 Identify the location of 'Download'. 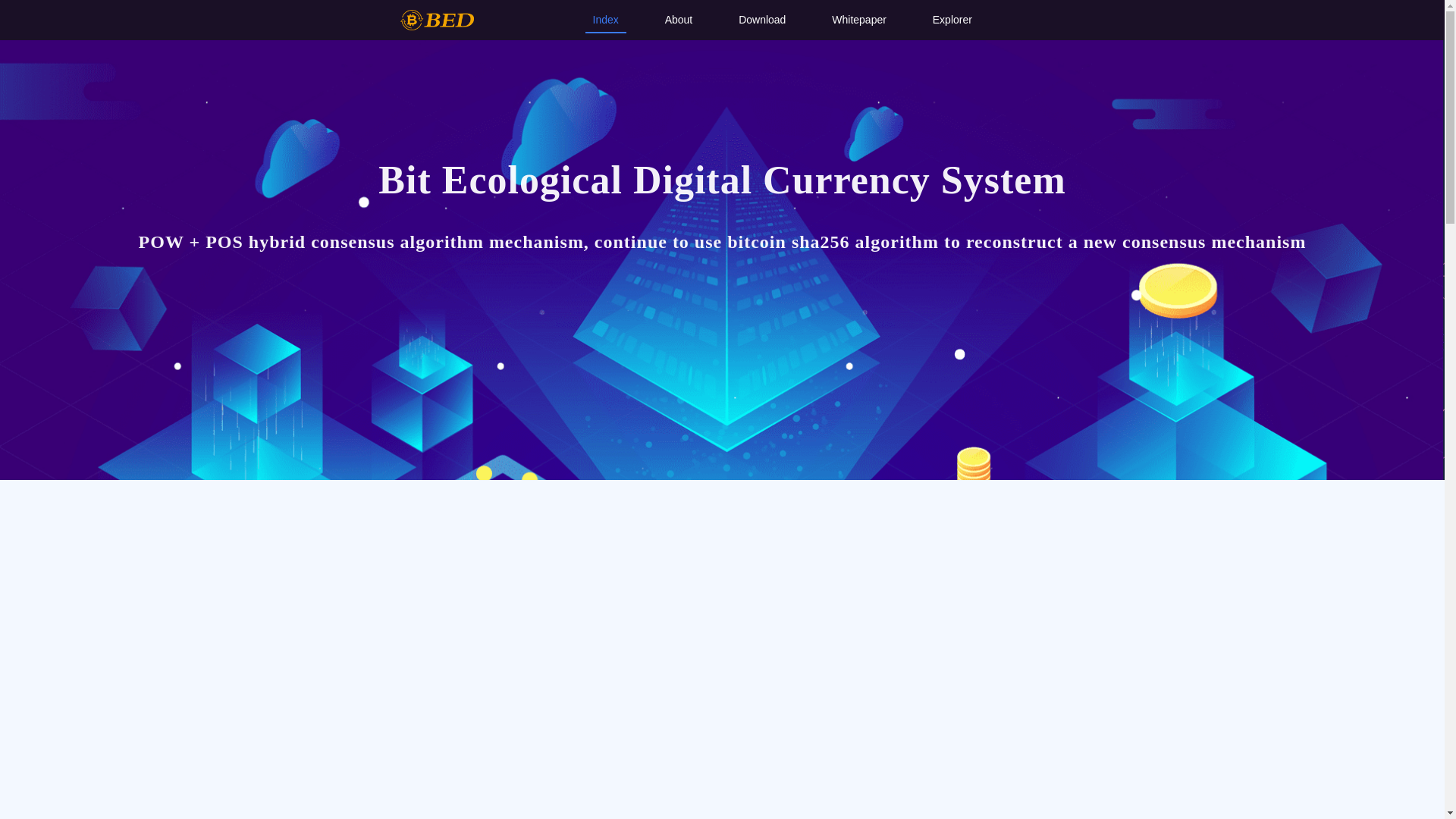
(731, 20).